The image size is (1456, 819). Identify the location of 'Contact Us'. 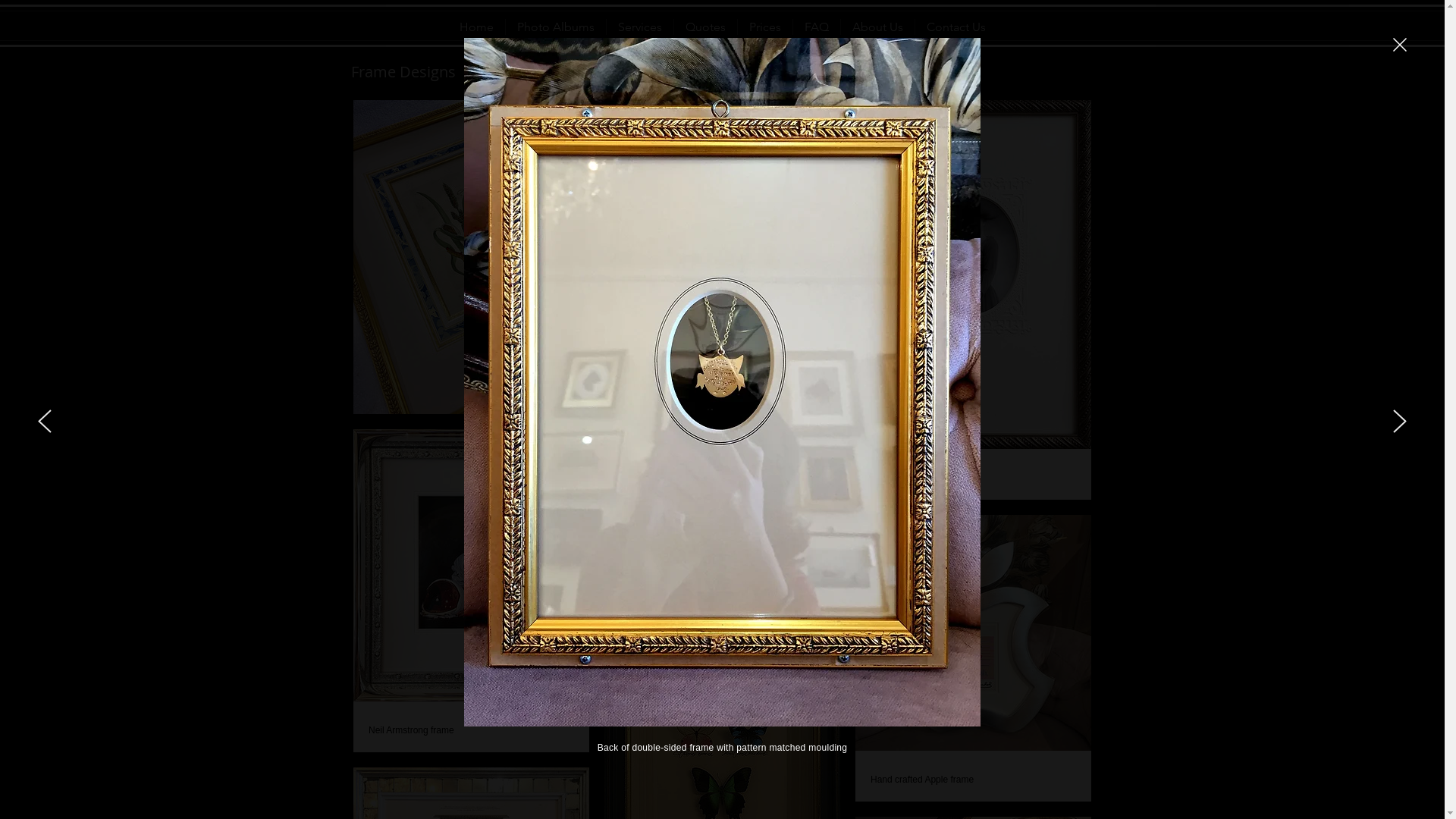
(954, 26).